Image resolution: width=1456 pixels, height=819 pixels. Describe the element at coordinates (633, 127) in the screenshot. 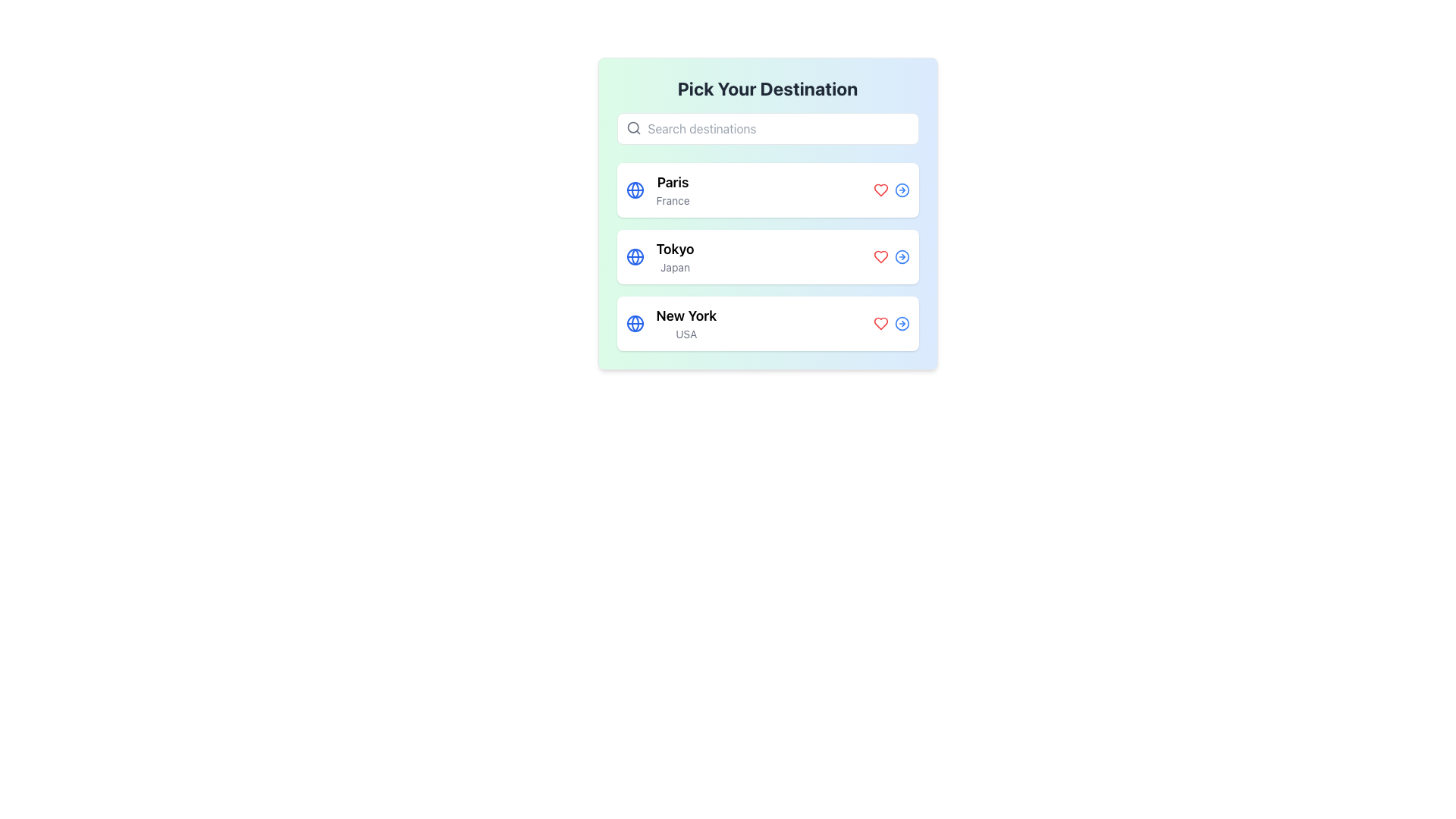

I see `the magnifying glass icon located at the far left of the search bar` at that location.